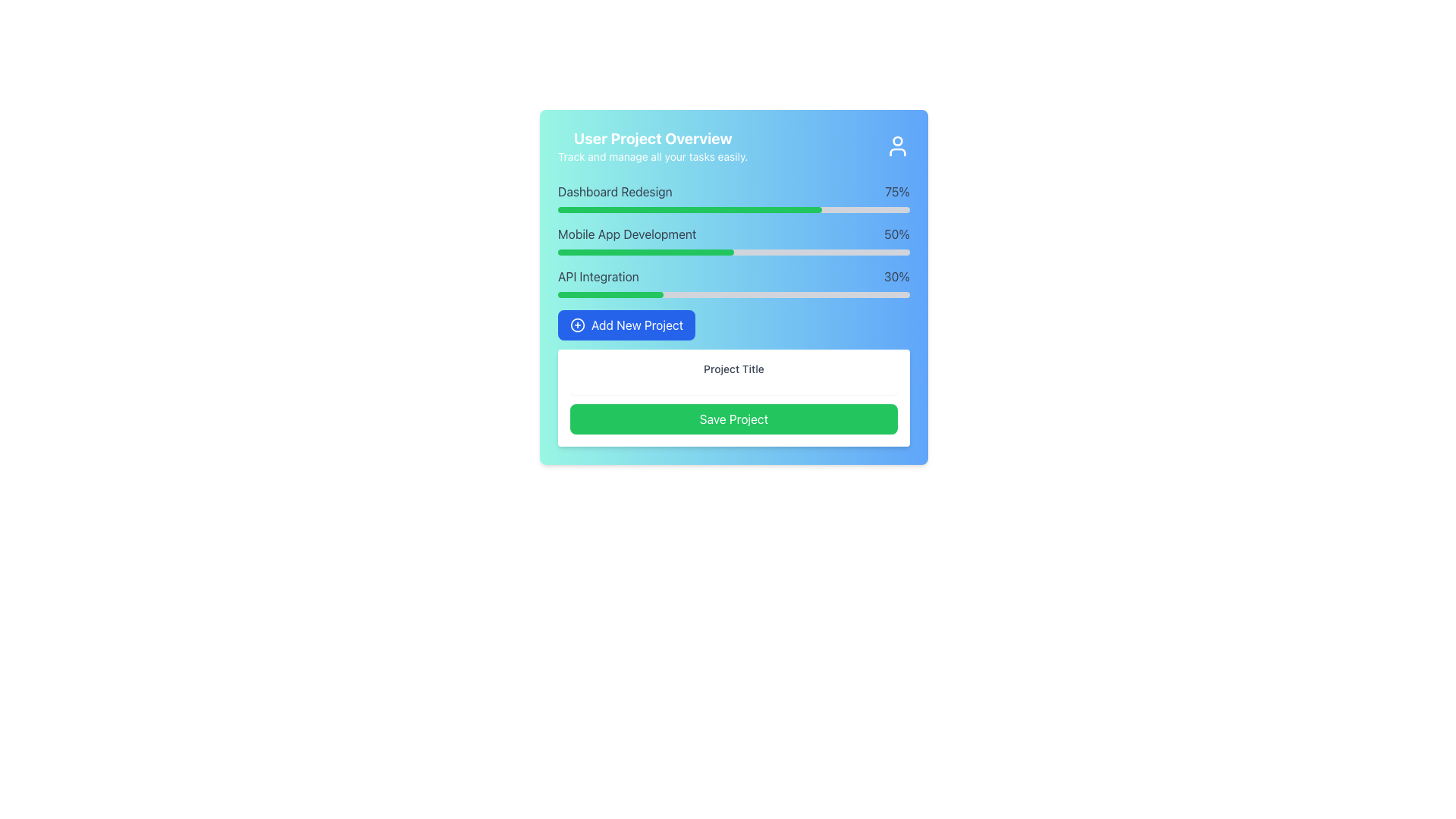 This screenshot has height=819, width=1456. Describe the element at coordinates (653, 157) in the screenshot. I see `the supplementary text label that provides context for the 'User Project Overview' heading, which is centrally aligned below the title` at that location.